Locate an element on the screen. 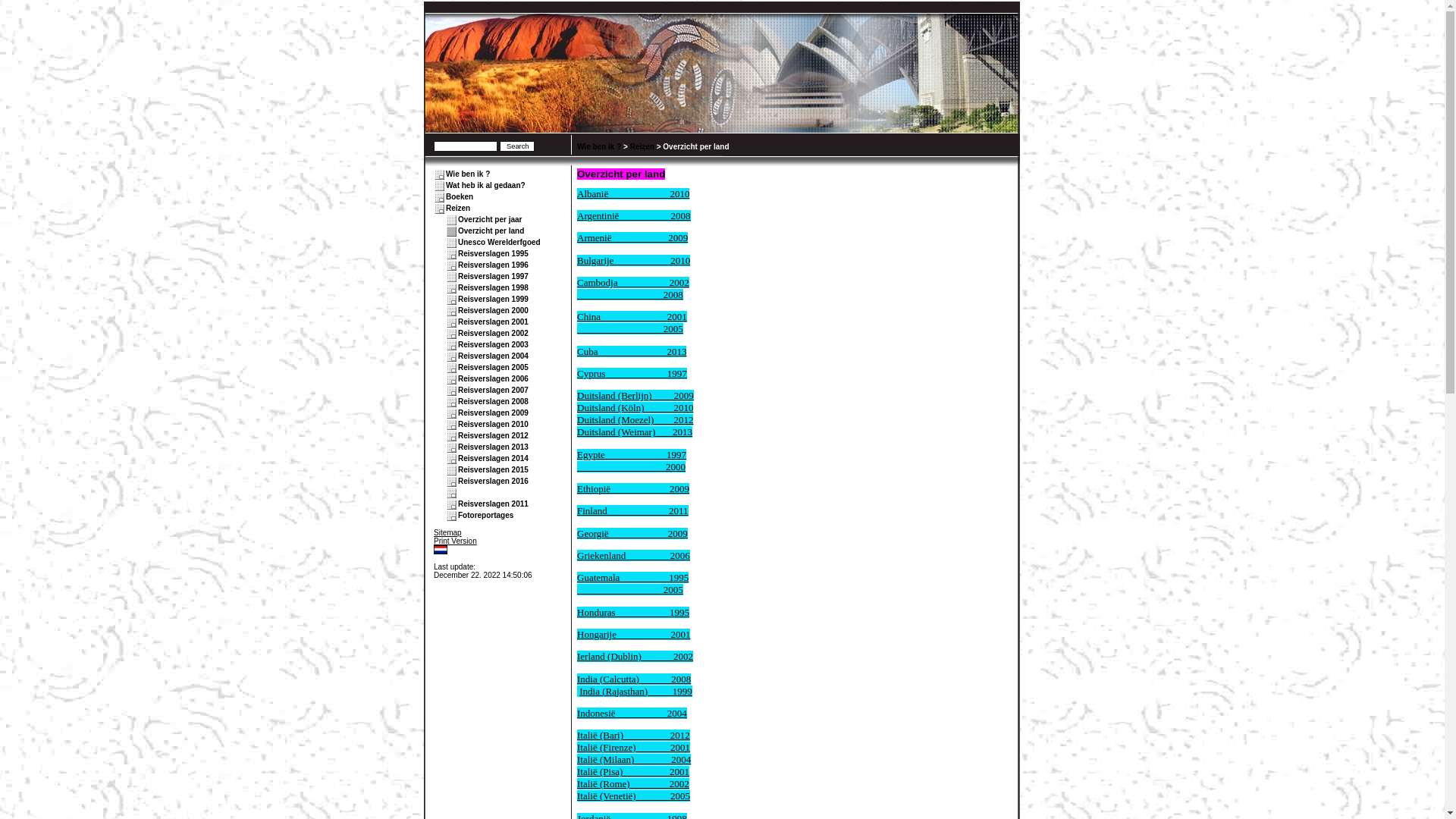  'Reisverslagen 2007' is located at coordinates (493, 389).